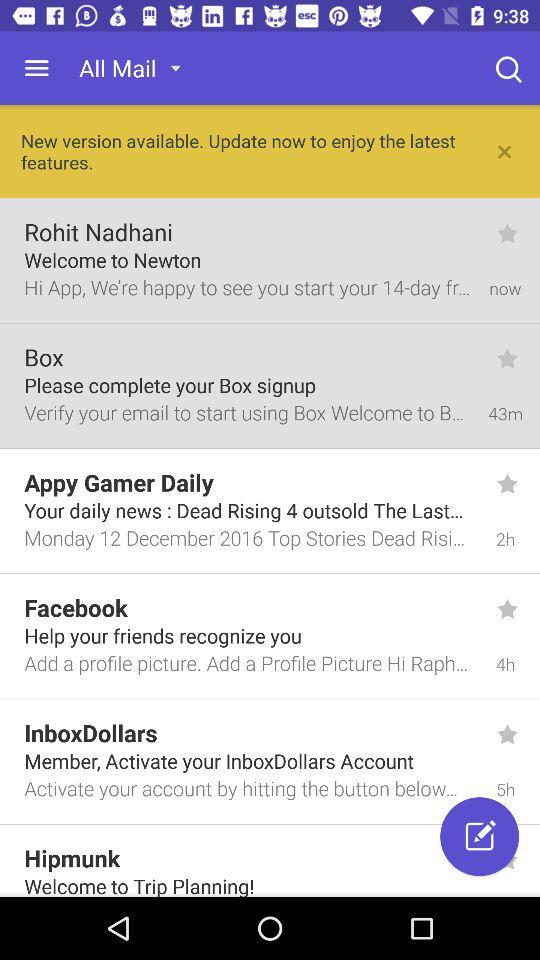 This screenshot has height=960, width=540. Describe the element at coordinates (504, 150) in the screenshot. I see `close` at that location.